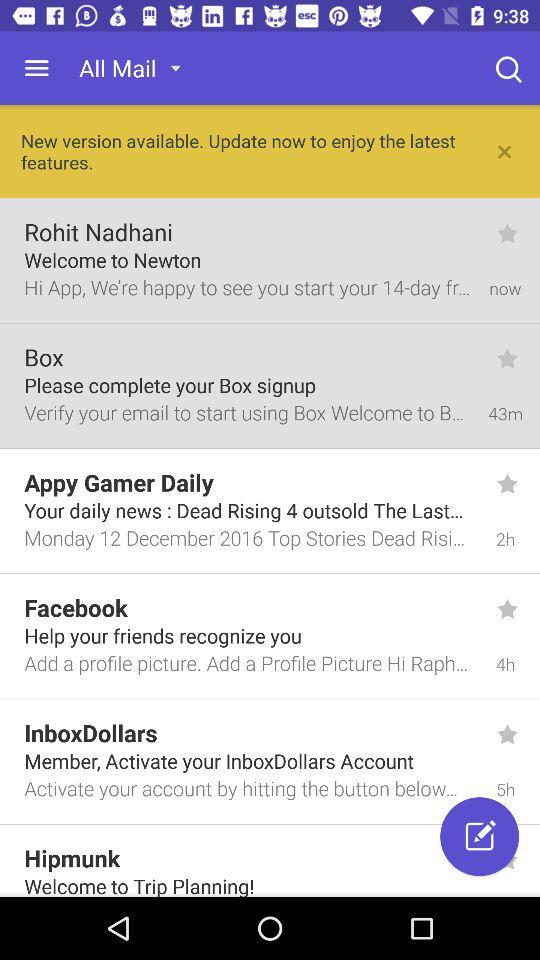 This screenshot has height=960, width=540. Describe the element at coordinates (504, 150) in the screenshot. I see `close` at that location.